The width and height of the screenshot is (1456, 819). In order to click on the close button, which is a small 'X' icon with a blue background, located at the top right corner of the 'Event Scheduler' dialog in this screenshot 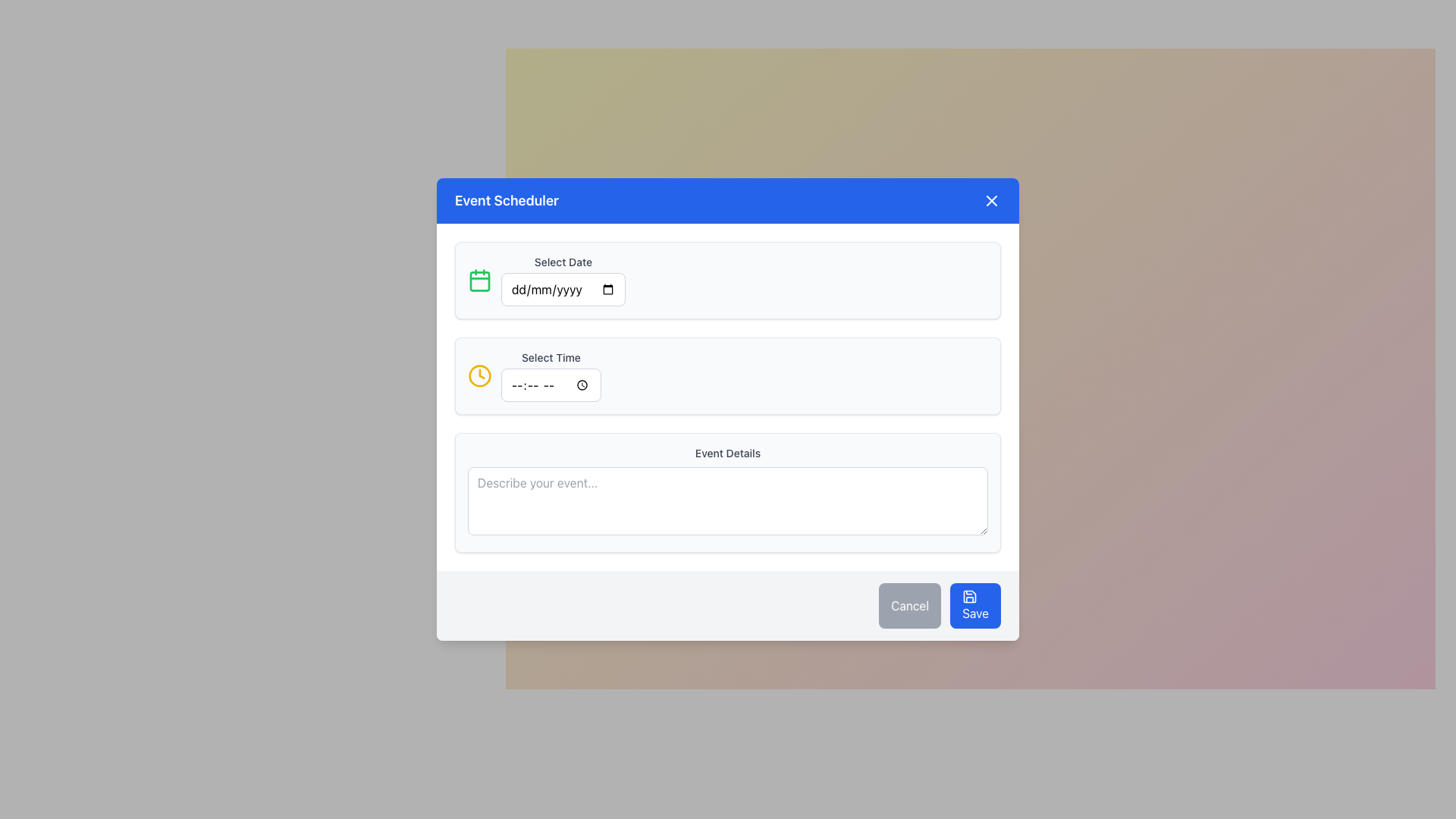, I will do `click(992, 200)`.